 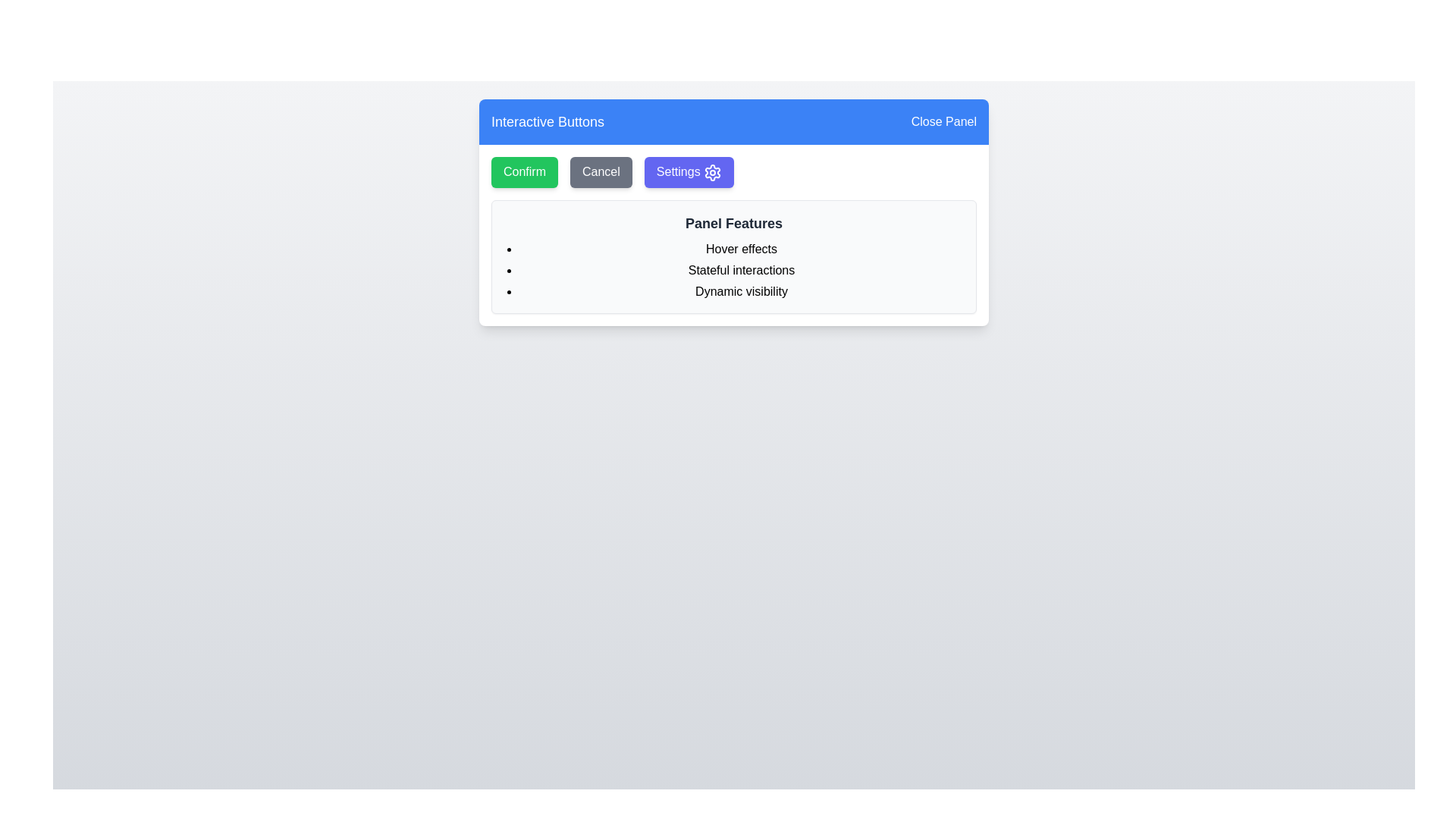 I want to click on the 'Cancel' button with a gray background and white text, positioned in the second place among three buttons in the 'Interactive Buttons' section, so click(x=600, y=171).